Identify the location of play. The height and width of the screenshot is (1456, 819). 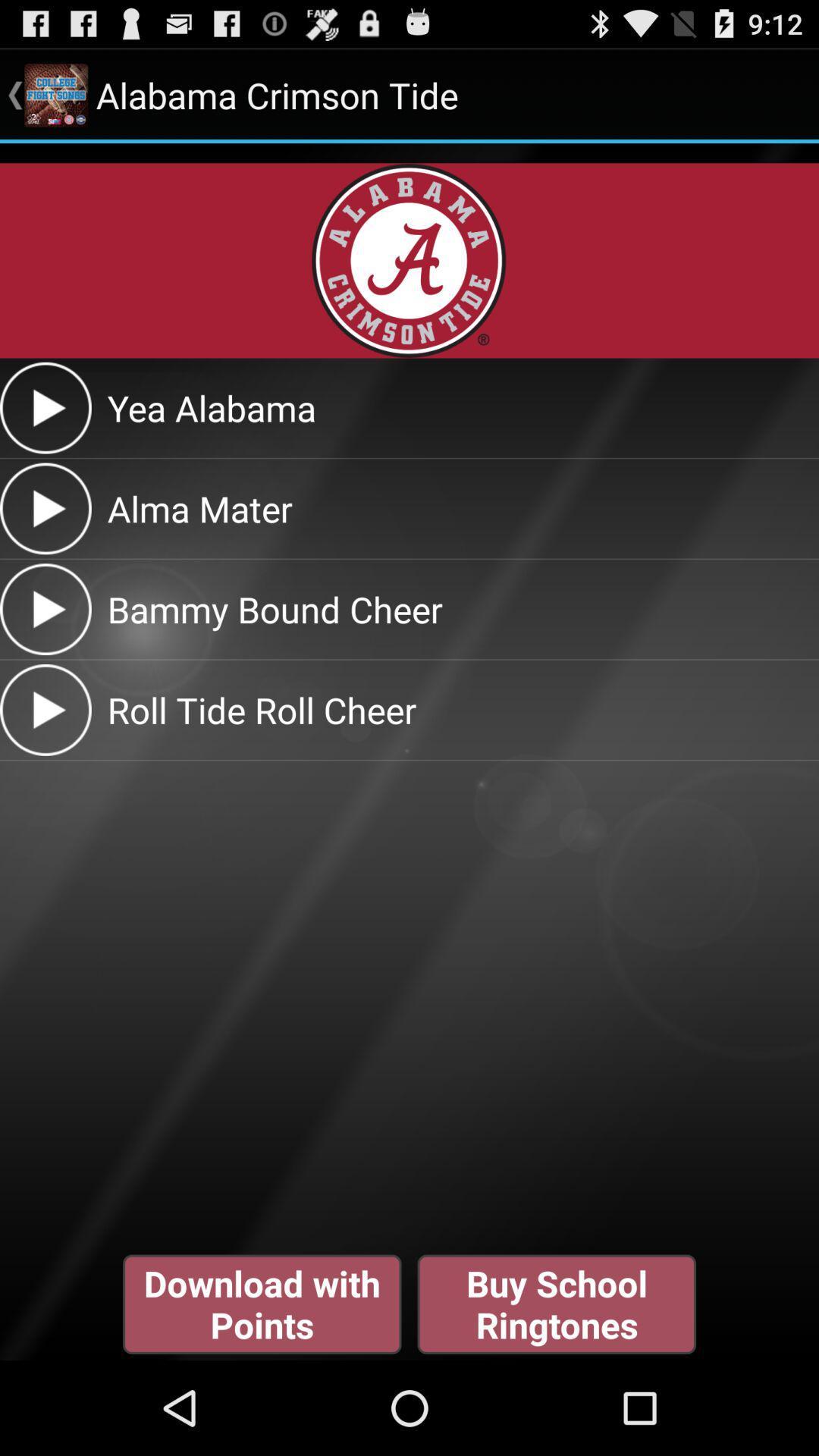
(45, 709).